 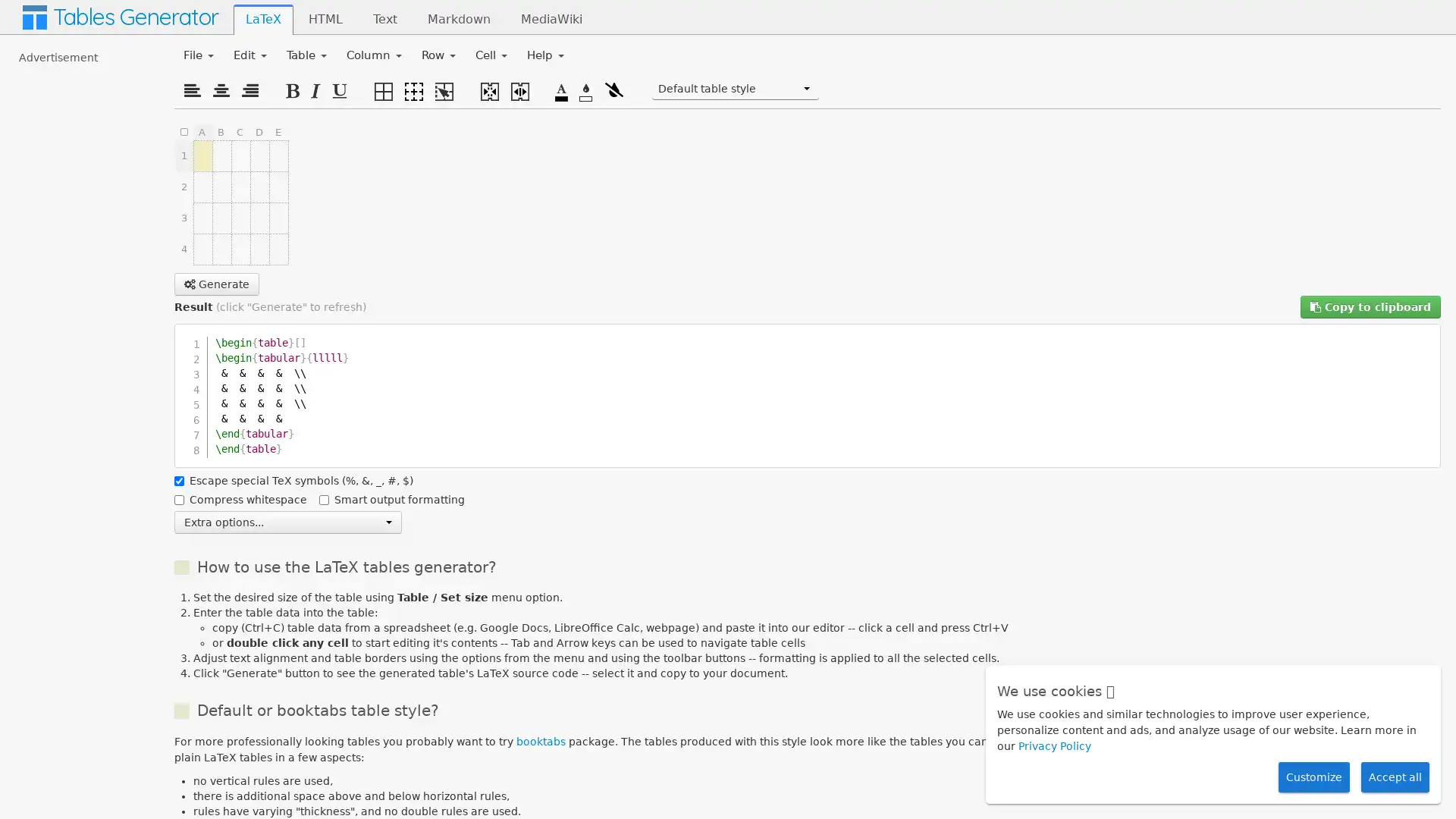 What do you see at coordinates (374, 55) in the screenshot?
I see `Column` at bounding box center [374, 55].